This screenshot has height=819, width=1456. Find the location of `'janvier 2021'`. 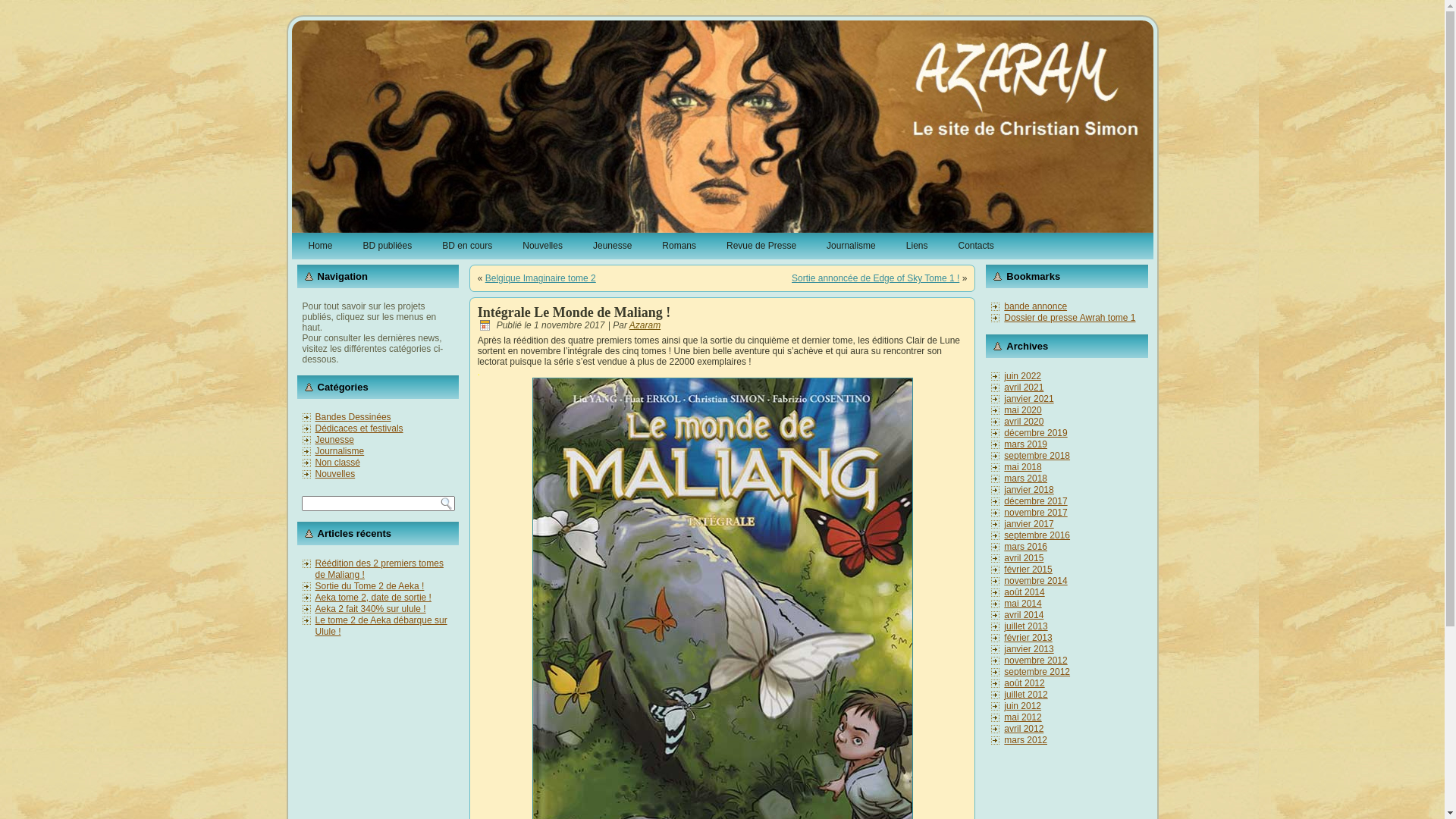

'janvier 2021' is located at coordinates (1004, 397).